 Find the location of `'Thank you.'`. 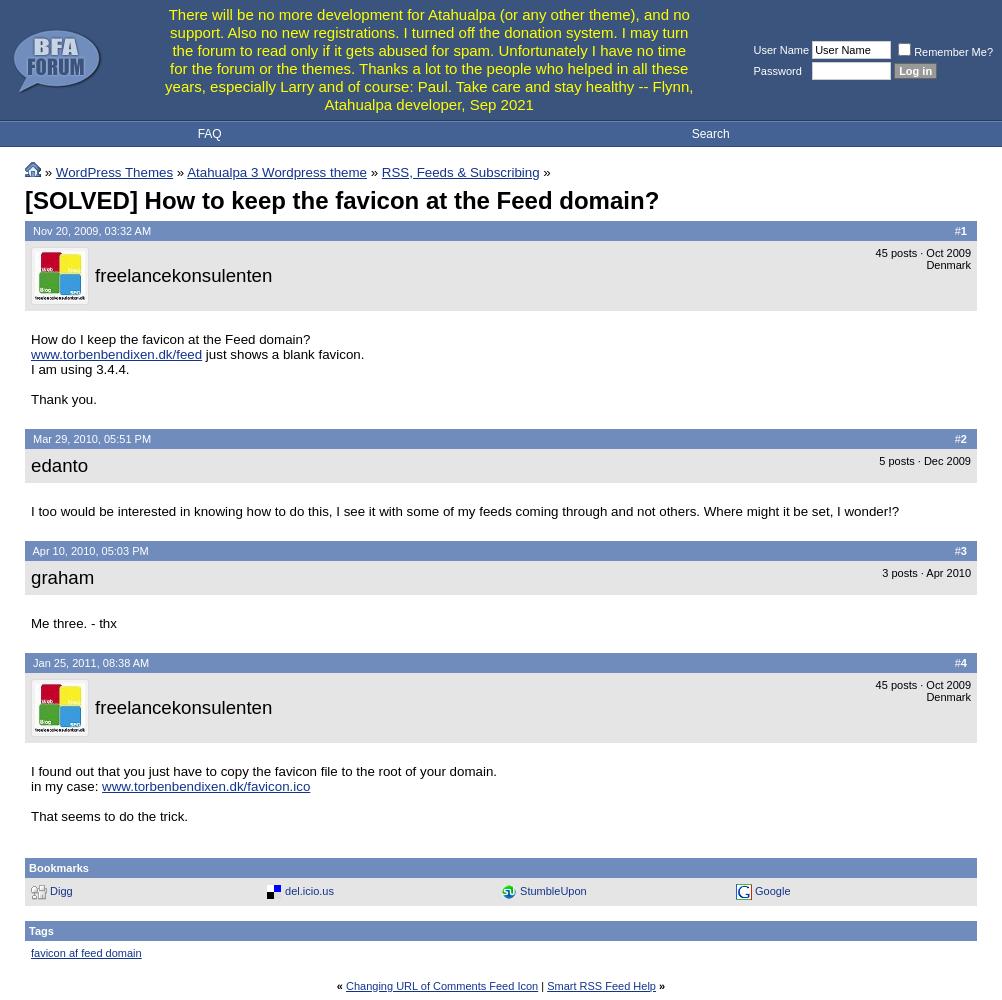

'Thank you.' is located at coordinates (63, 398).